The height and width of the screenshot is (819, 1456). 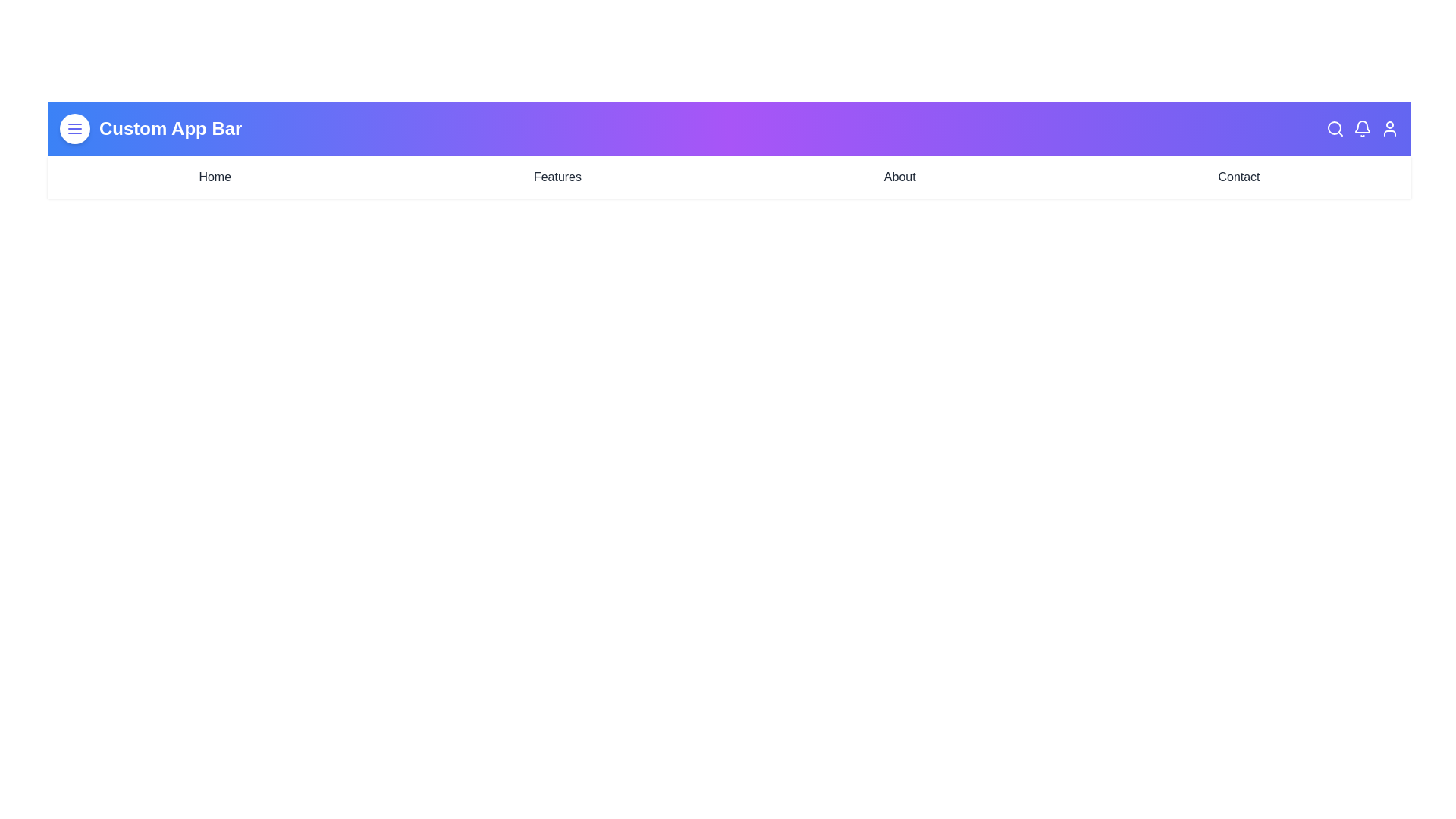 What do you see at coordinates (729, 149) in the screenshot?
I see `the app bar's gradient area to inspect its styling` at bounding box center [729, 149].